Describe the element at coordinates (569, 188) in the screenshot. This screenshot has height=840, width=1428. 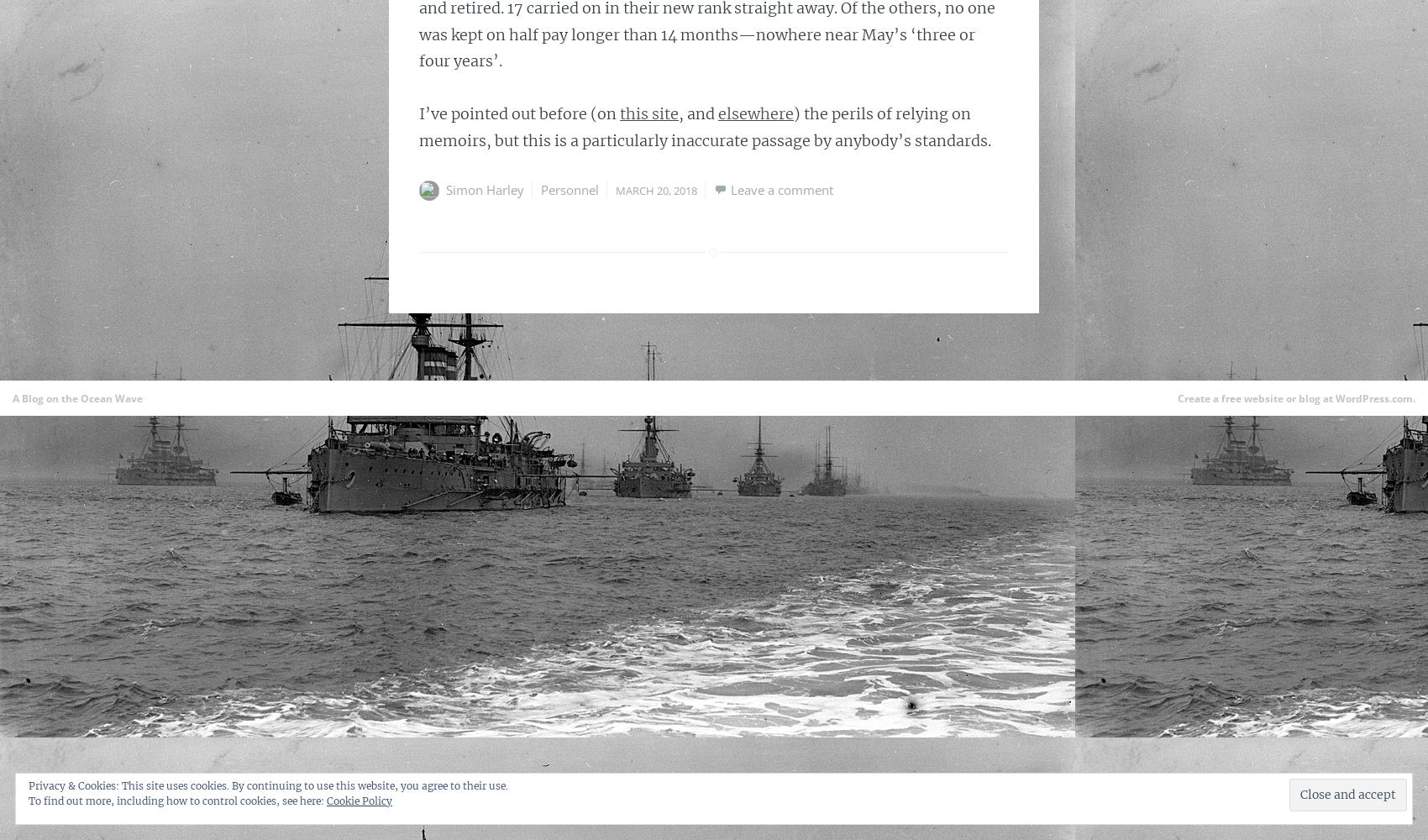
I see `'Personnel'` at that location.